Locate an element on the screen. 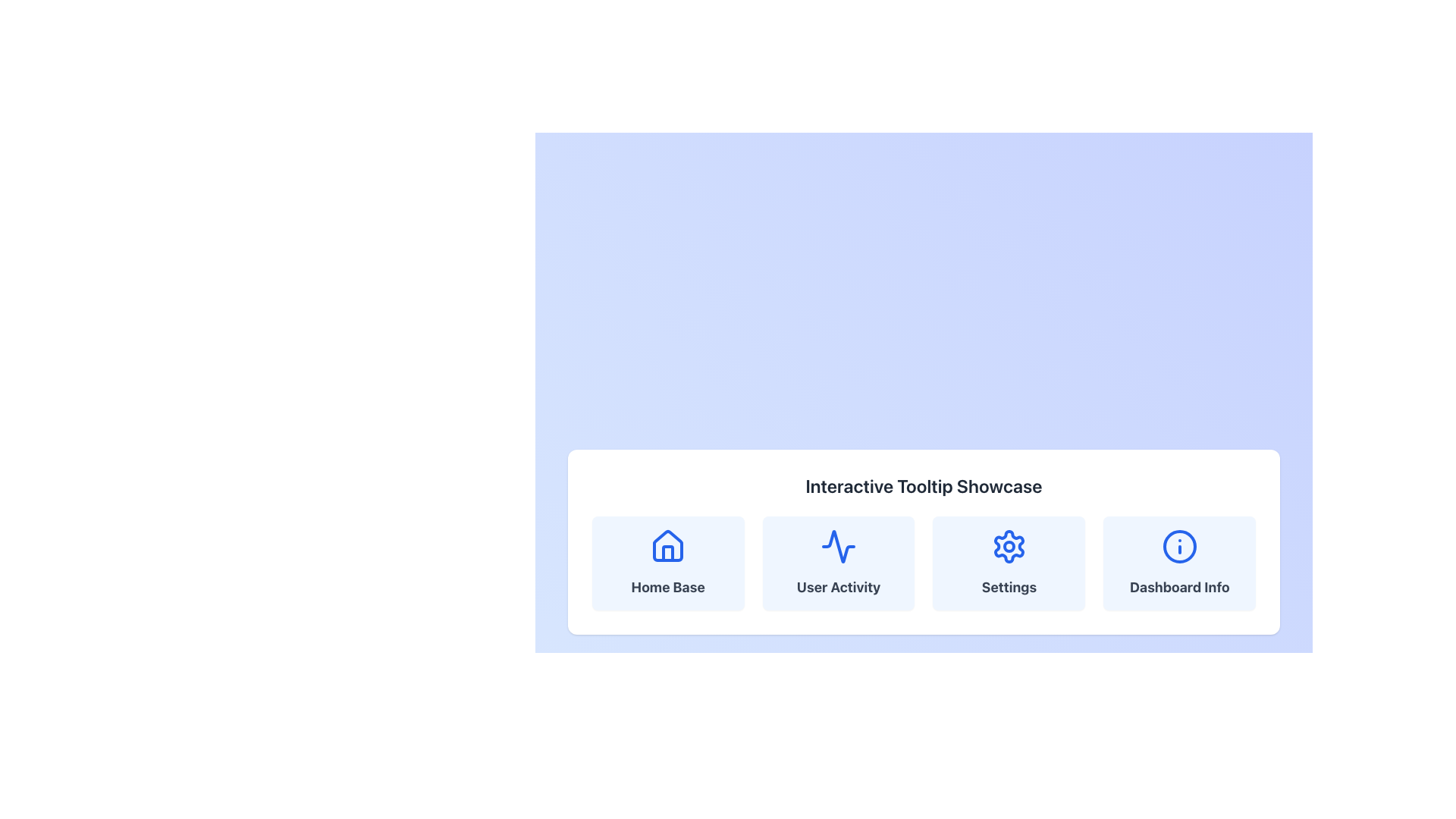 Image resolution: width=1456 pixels, height=819 pixels. the settings-related text label located in the lower center of the third card from the left, which is between the 'User Activity' and 'Dashboard Info' cards is located at coordinates (1009, 587).